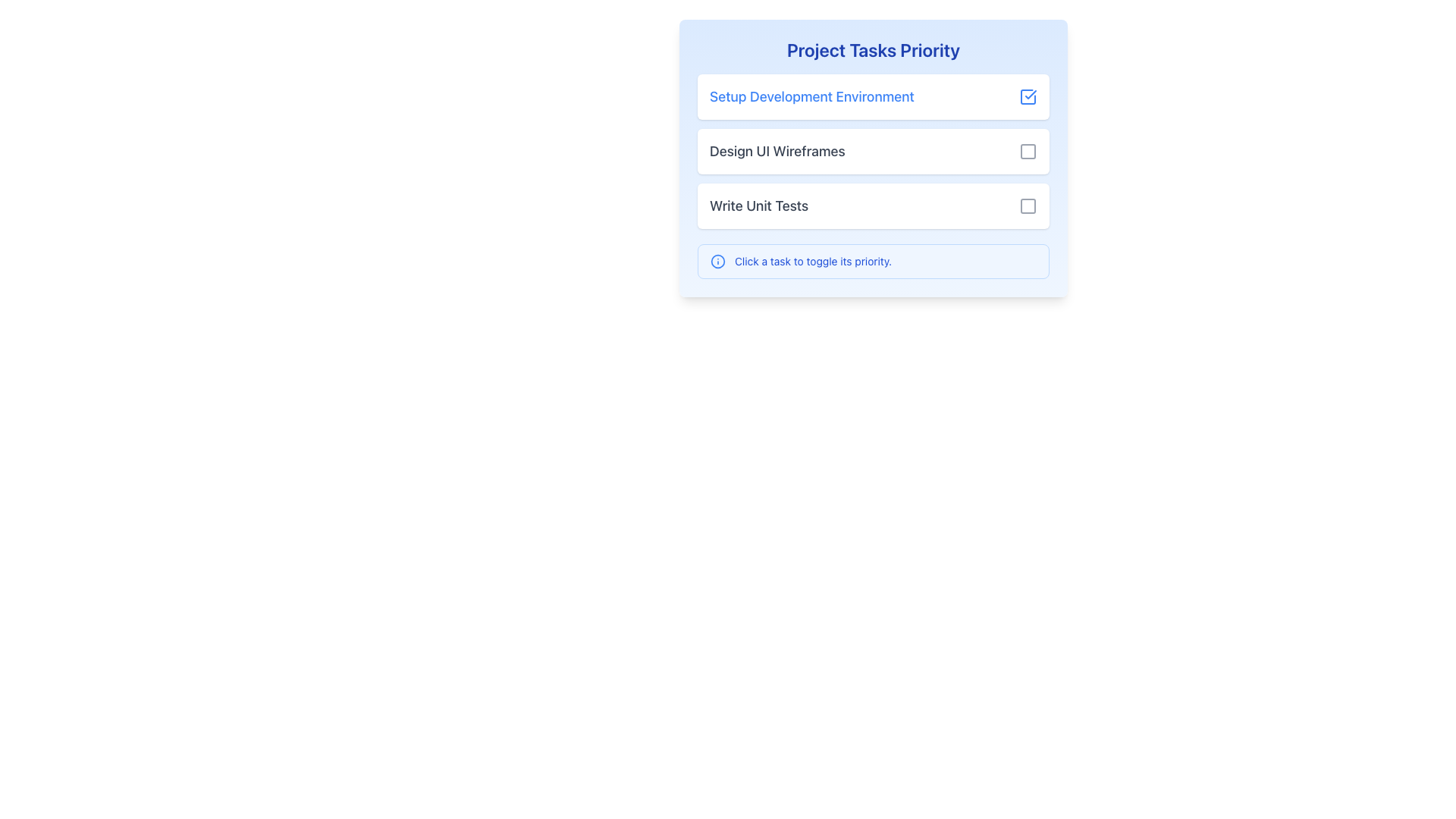  What do you see at coordinates (1028, 96) in the screenshot?
I see `the square outline of the checkbox icon located to the right of the text 'Setup Development Environment'` at bounding box center [1028, 96].